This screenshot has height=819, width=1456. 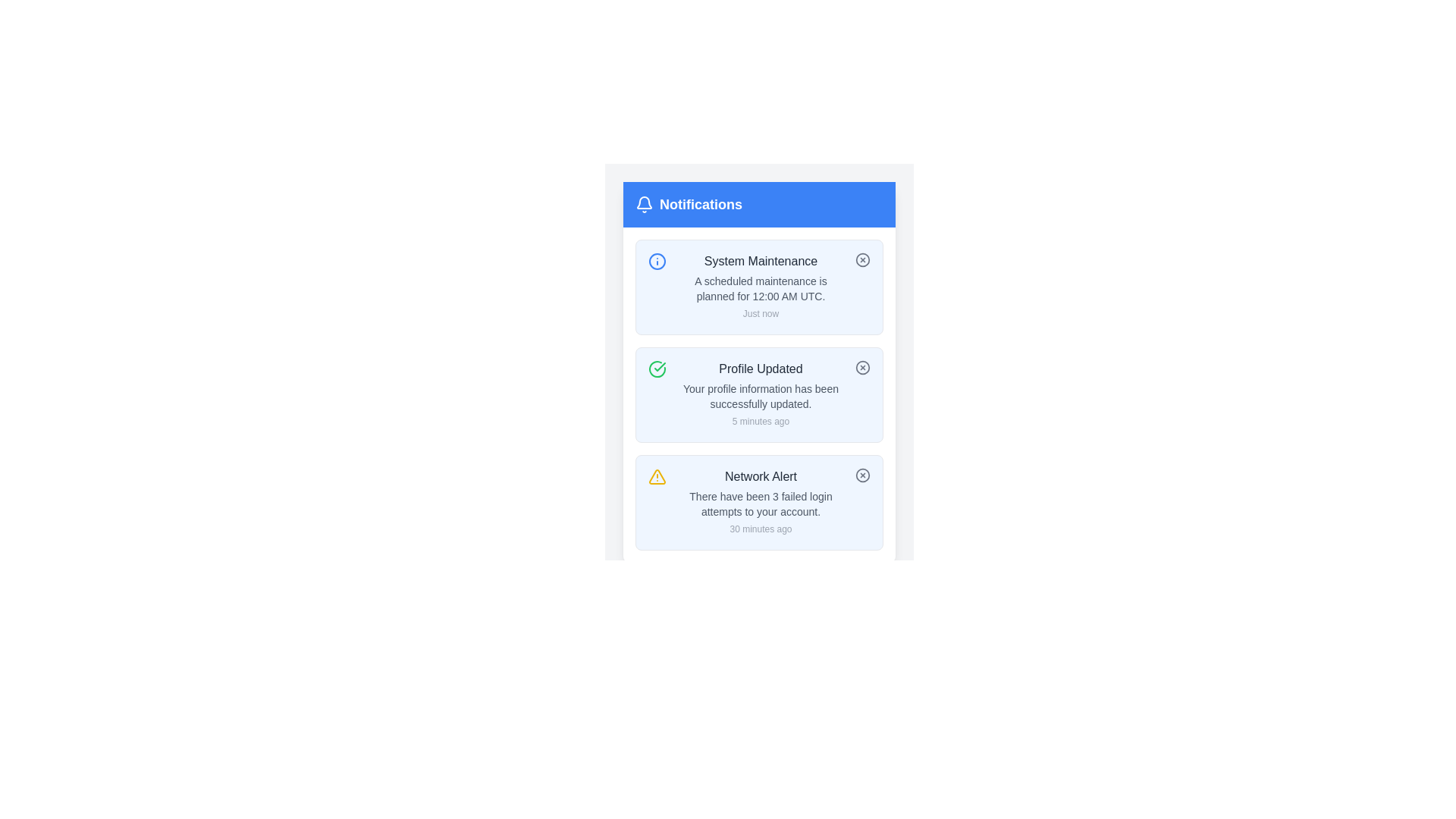 What do you see at coordinates (862, 475) in the screenshot?
I see `the circular graphic icon representing a cancel or close action located in the third notification item in the list` at bounding box center [862, 475].